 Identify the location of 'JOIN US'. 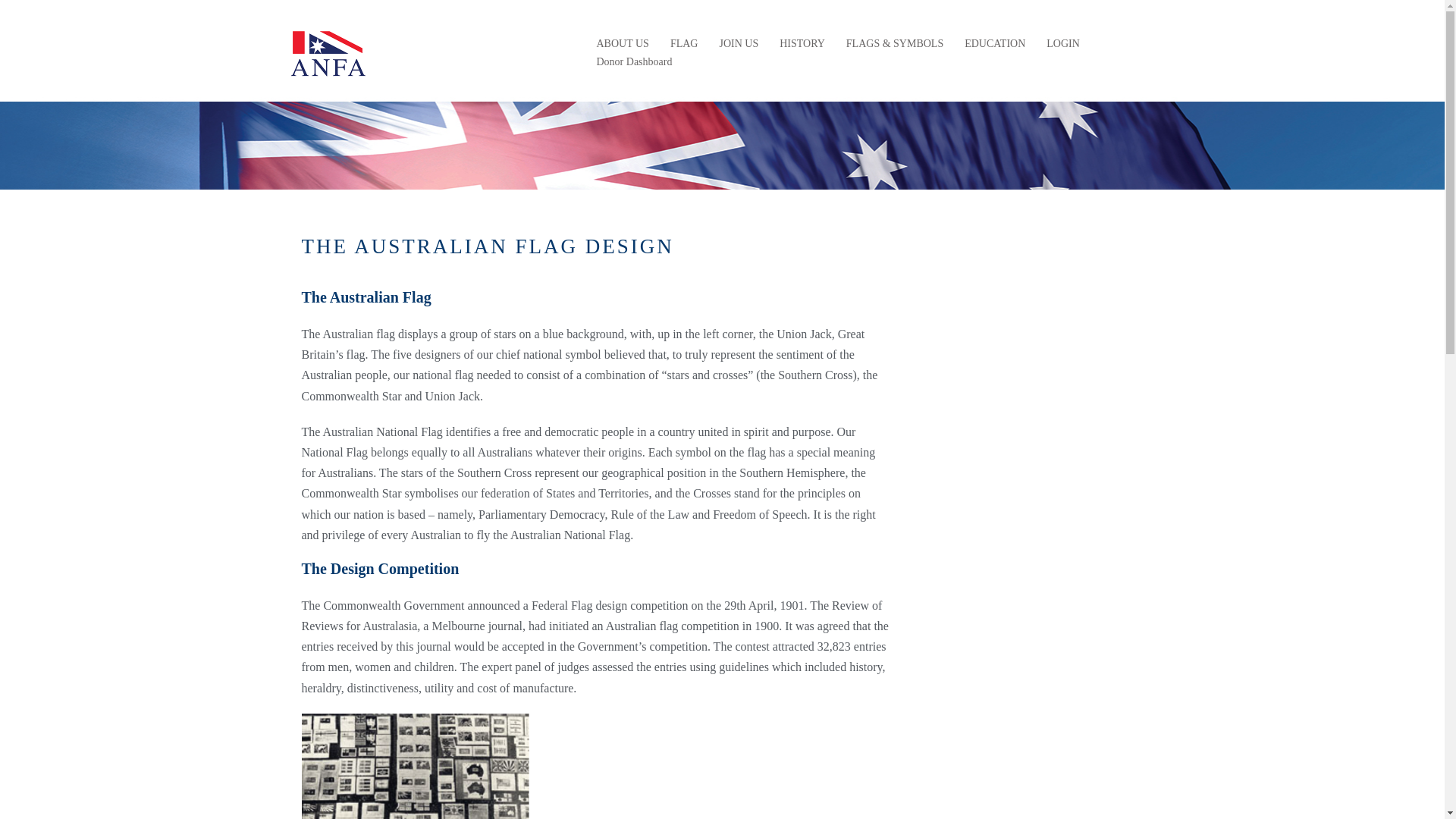
(739, 42).